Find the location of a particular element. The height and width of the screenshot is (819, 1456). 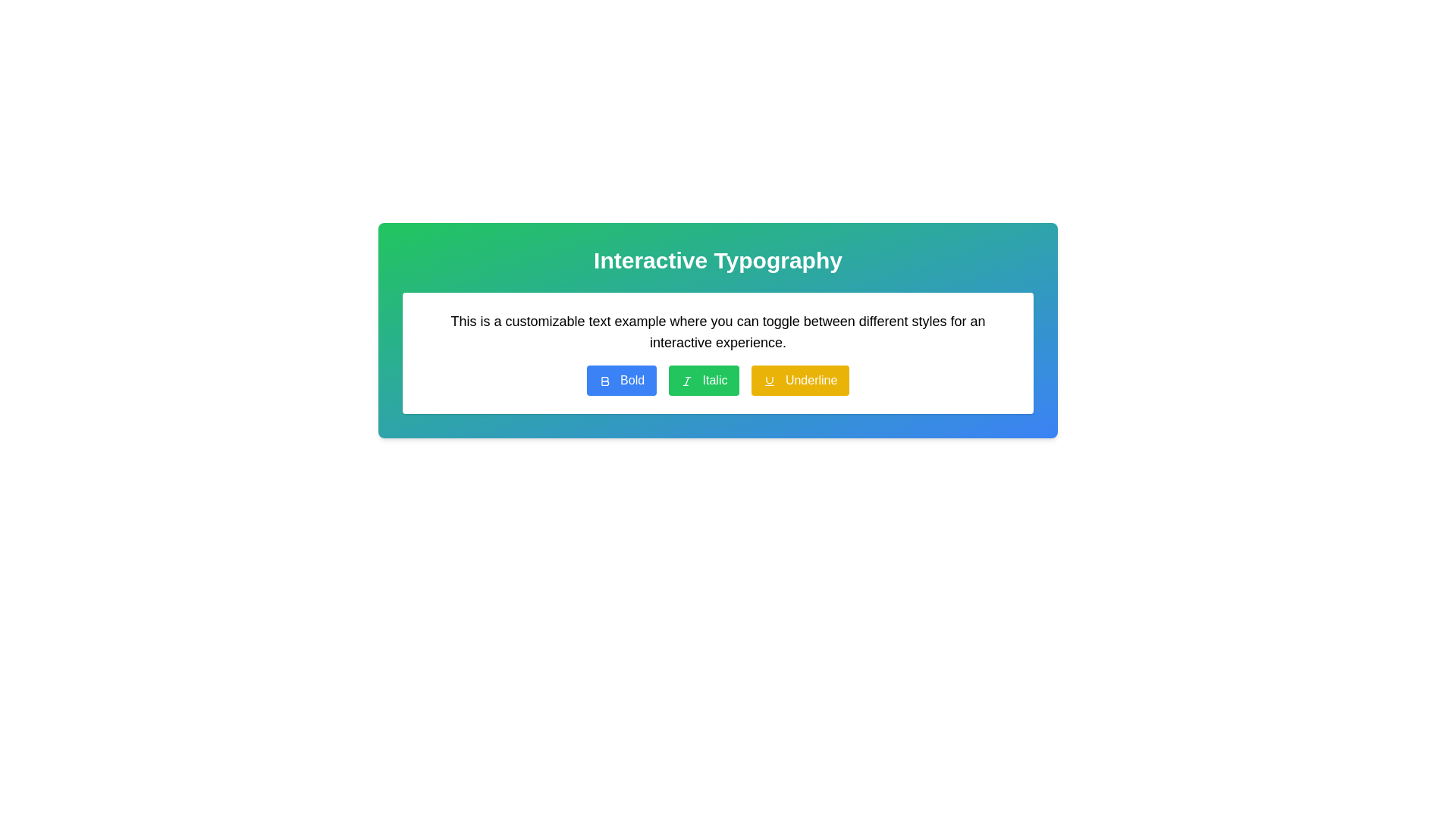

the underline toggle icon that is part of the button labeled 'Underline', positioned at the end of a horizontal row of buttons below the description text box is located at coordinates (770, 380).